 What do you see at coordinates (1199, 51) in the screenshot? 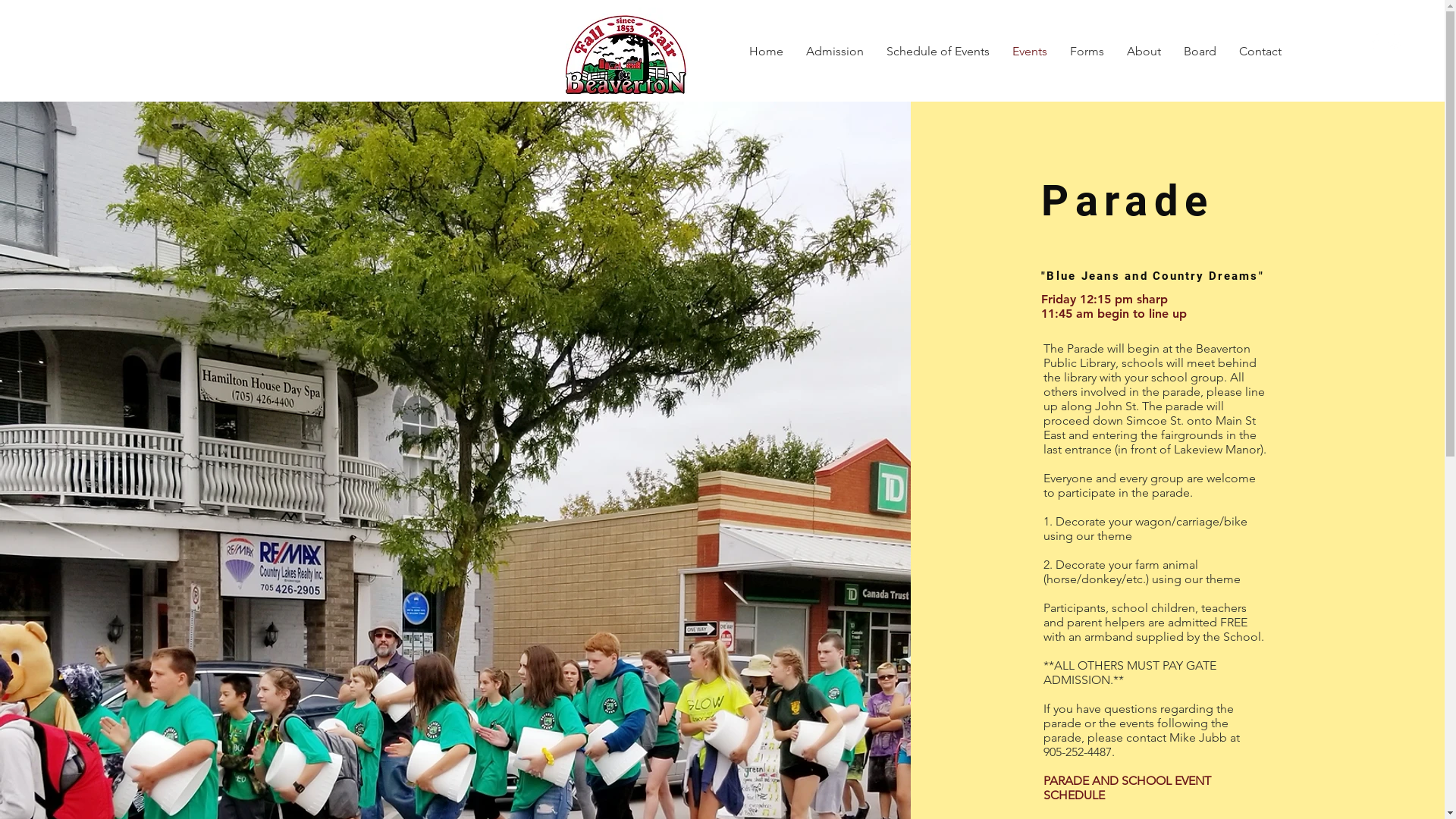
I see `'Board'` at bounding box center [1199, 51].